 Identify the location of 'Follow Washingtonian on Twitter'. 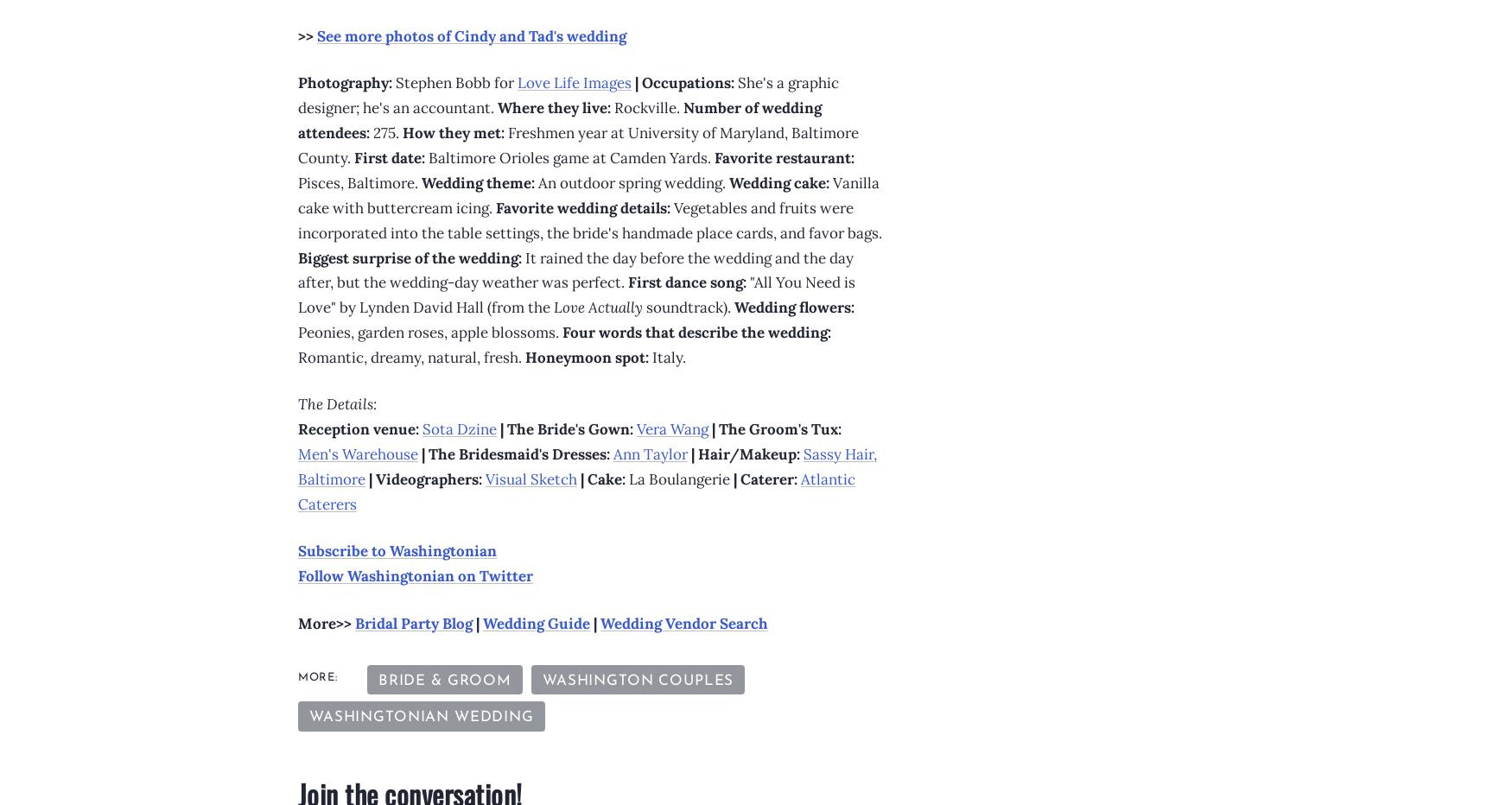
(416, 576).